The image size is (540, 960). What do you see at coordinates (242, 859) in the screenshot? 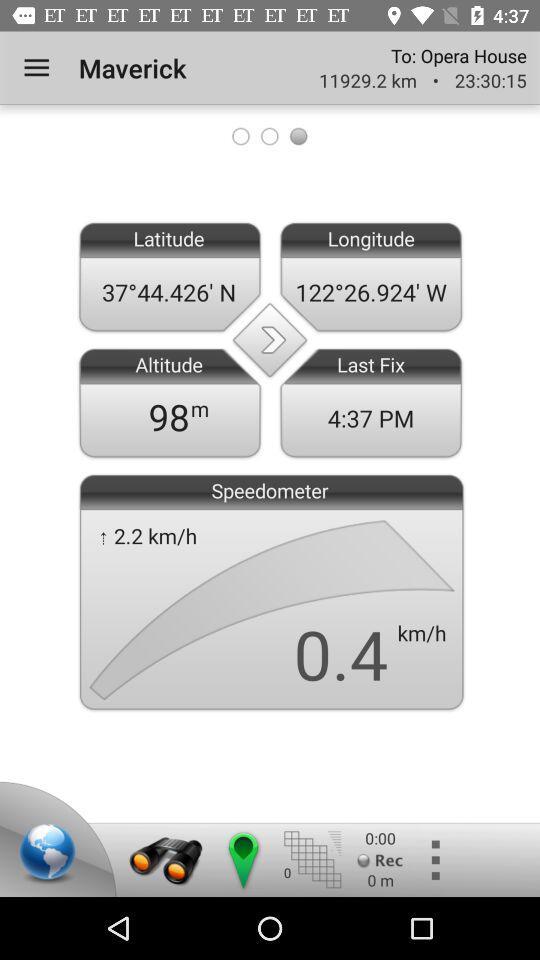
I see `know the location` at bounding box center [242, 859].